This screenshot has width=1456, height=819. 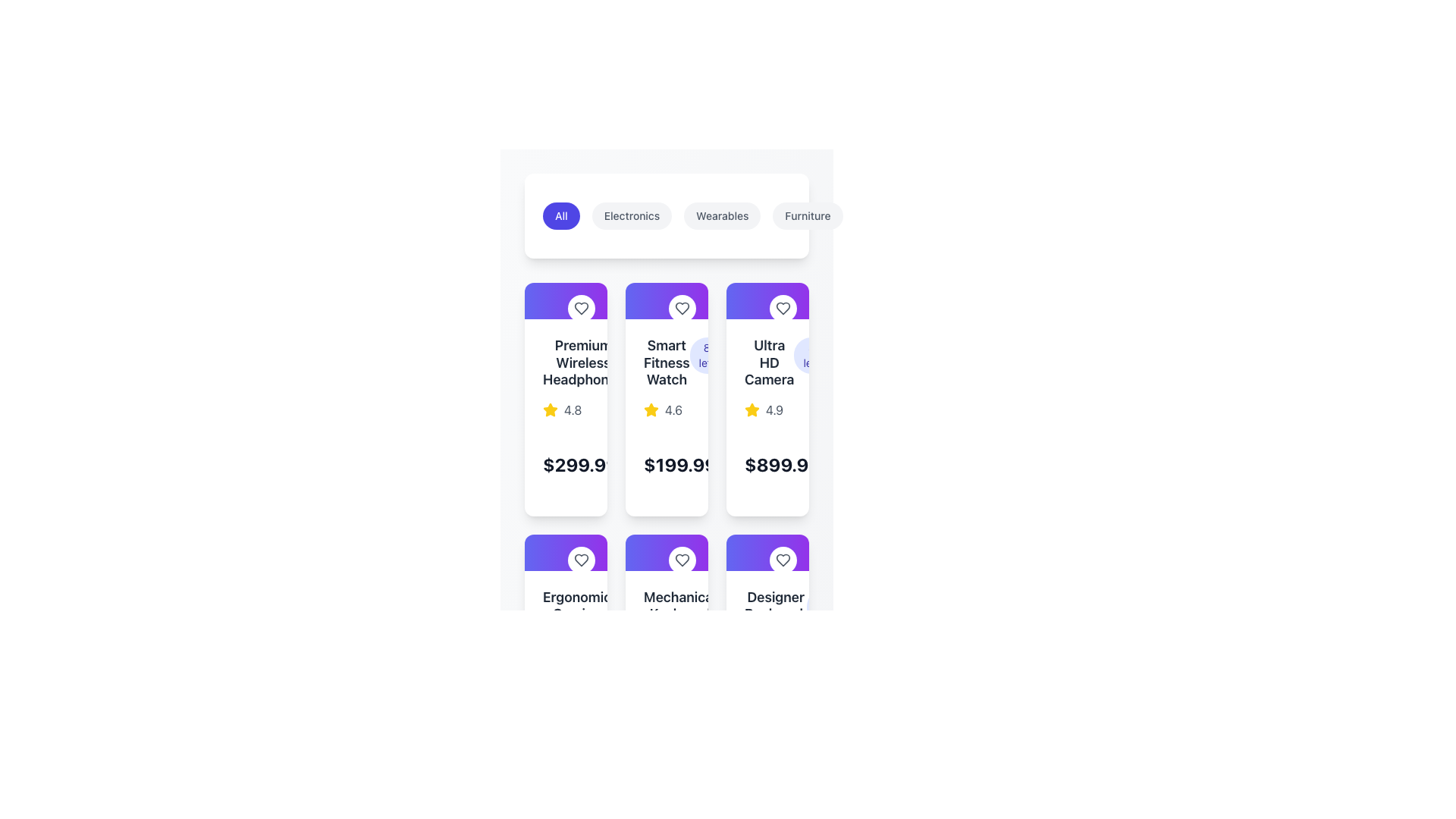 I want to click on the text label group that displays the title 'Designer Backpack' and its status badge showing '25 left', located at the bottom right of the product grid, so click(x=767, y=606).